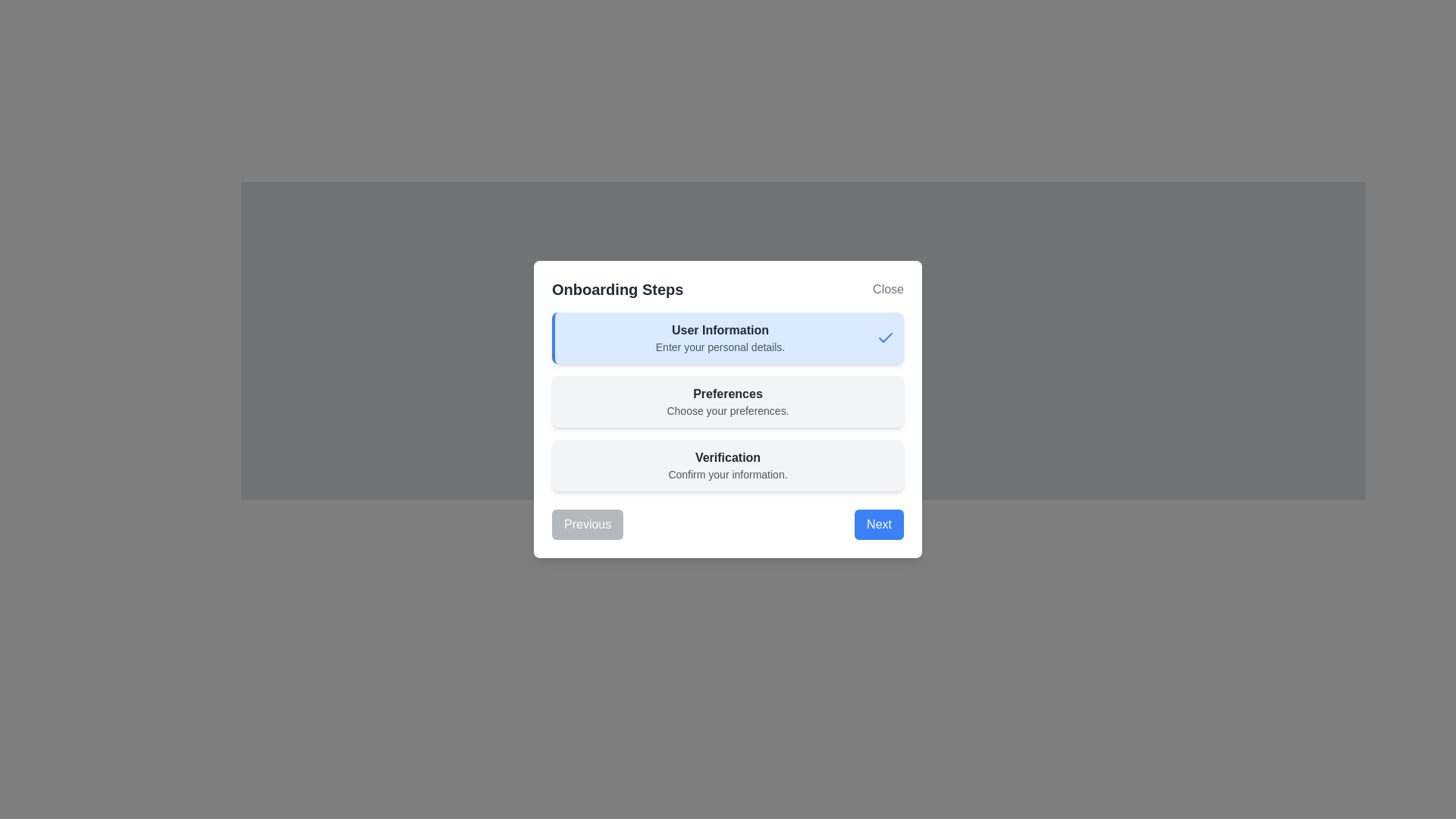 This screenshot has width=1456, height=819. Describe the element at coordinates (885, 336) in the screenshot. I see `the completion icon that indicates the activation of the 'User Information' step in the onboarding process, located adjacent to the label 'User Information.'` at that location.